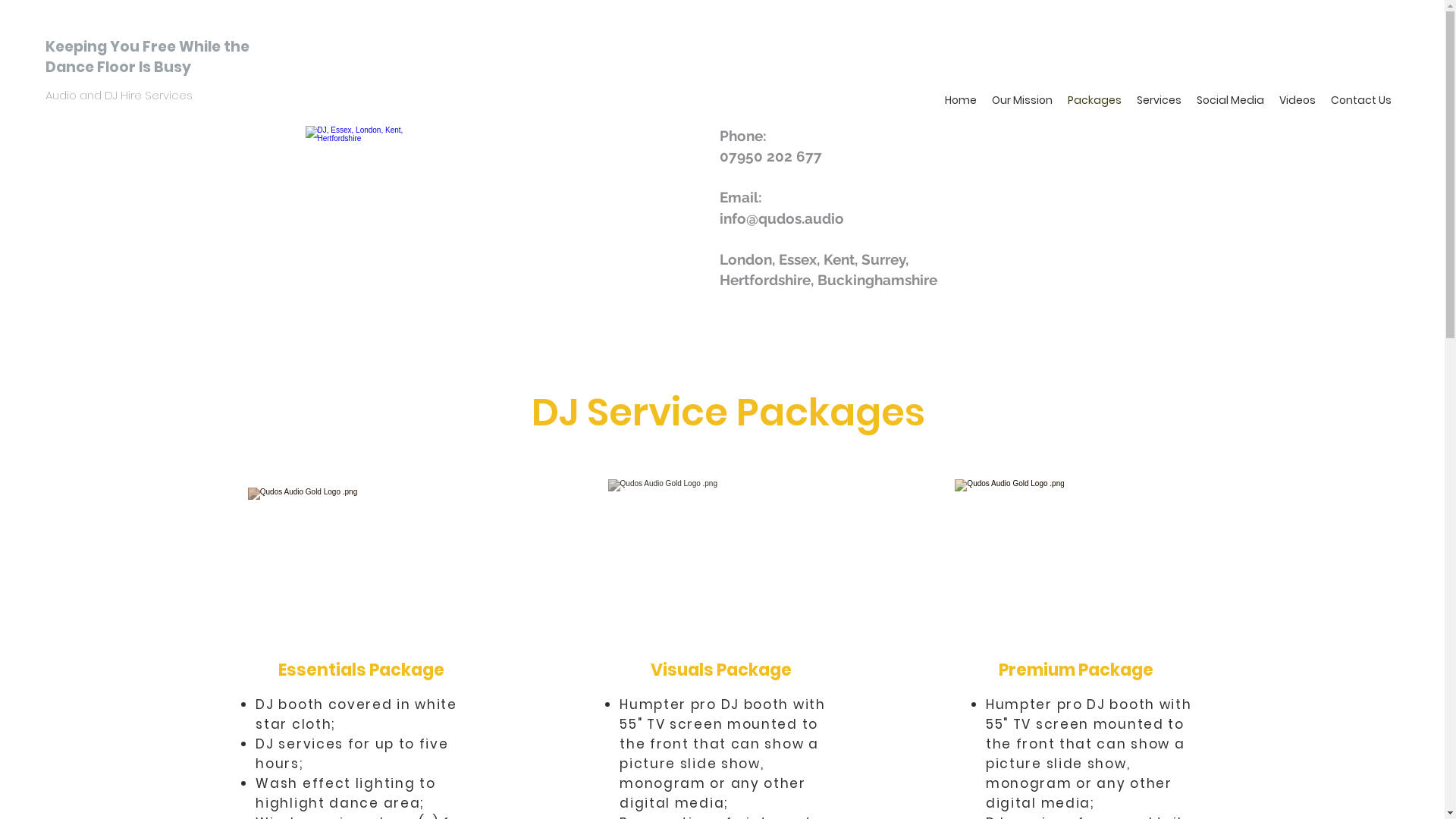 This screenshot has height=819, width=1456. What do you see at coordinates (984, 99) in the screenshot?
I see `'Our Mission'` at bounding box center [984, 99].